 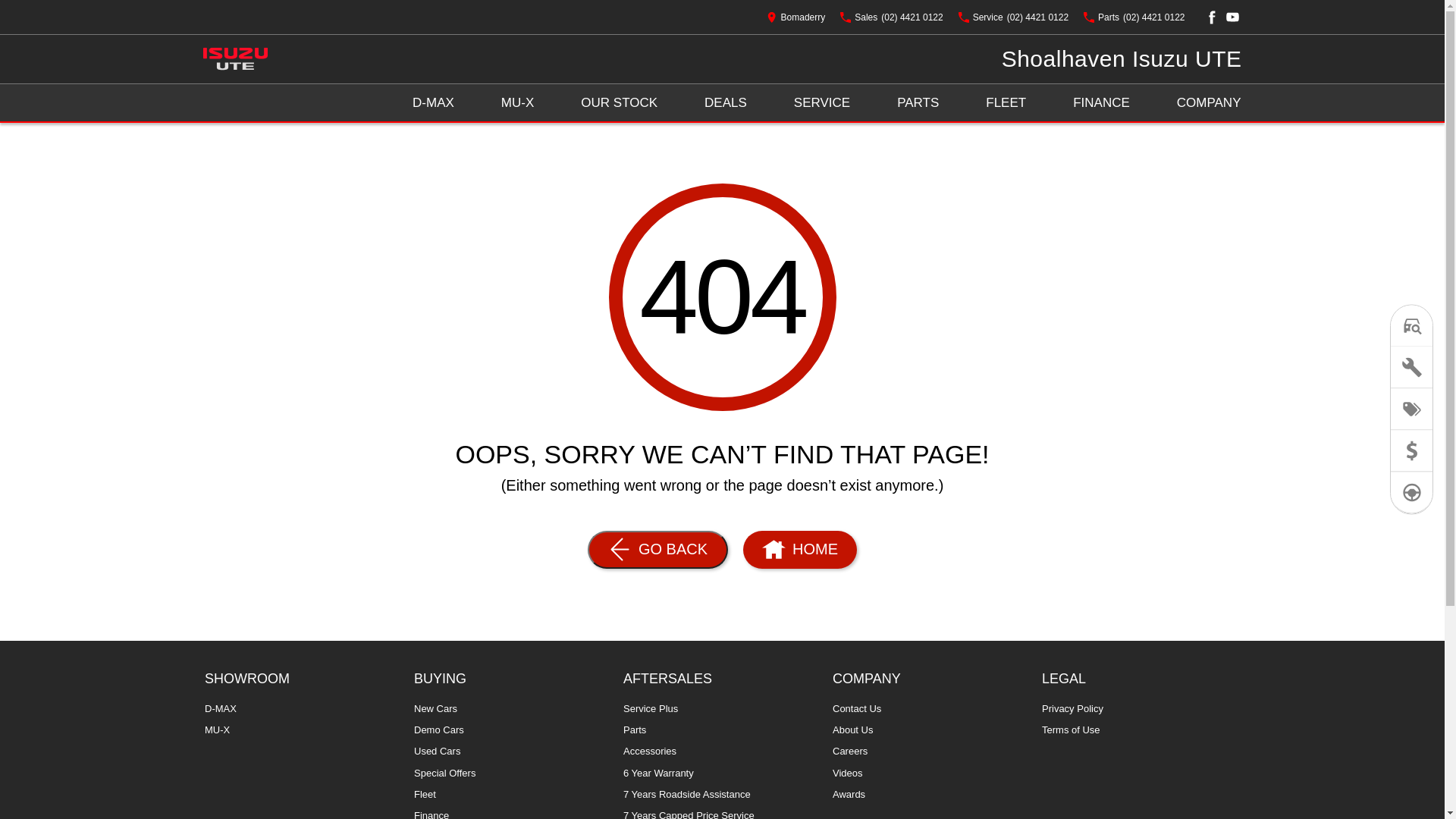 I want to click on 'Service Plus', so click(x=651, y=713).